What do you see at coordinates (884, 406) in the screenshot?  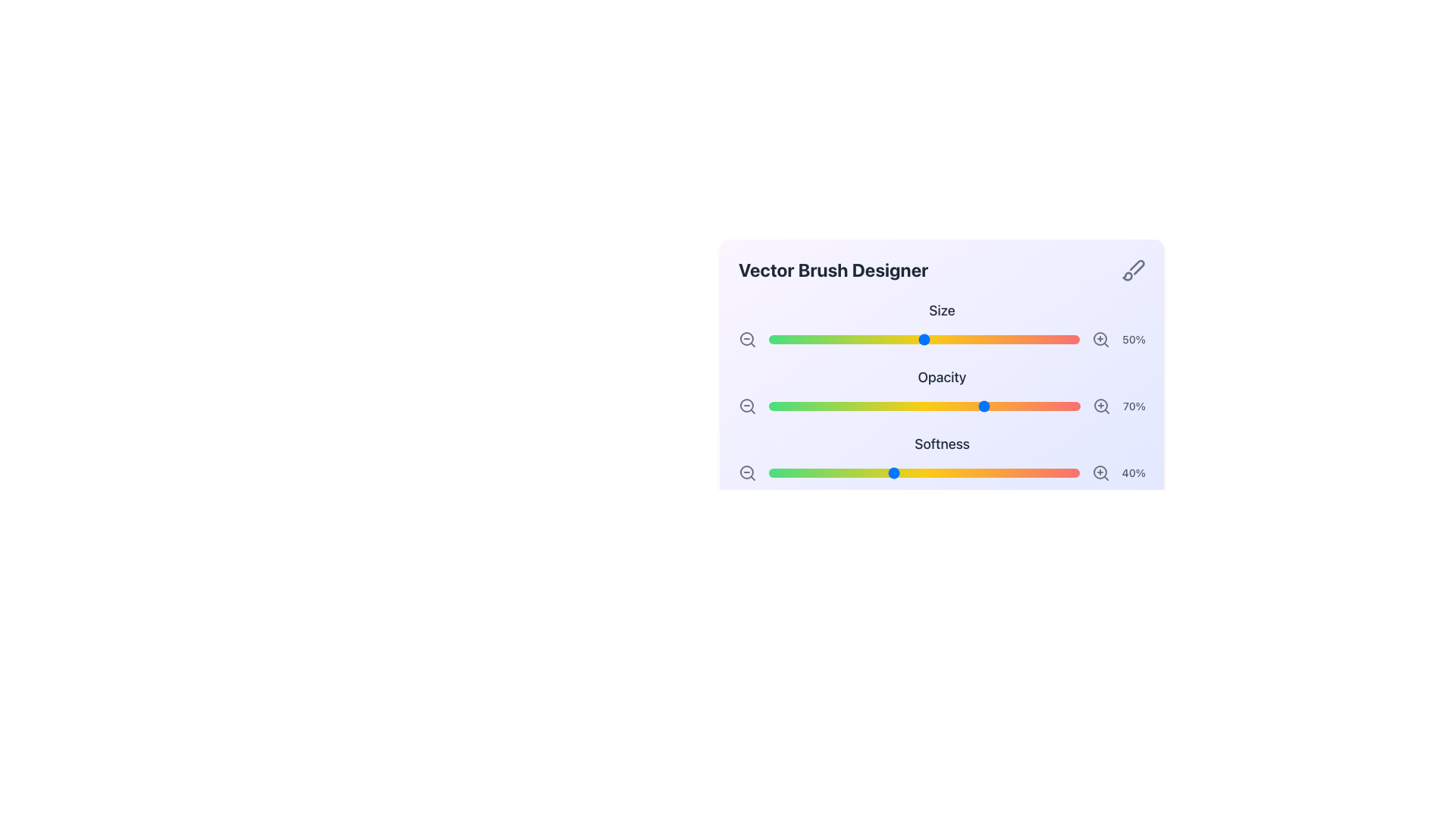 I see `opacity` at bounding box center [884, 406].